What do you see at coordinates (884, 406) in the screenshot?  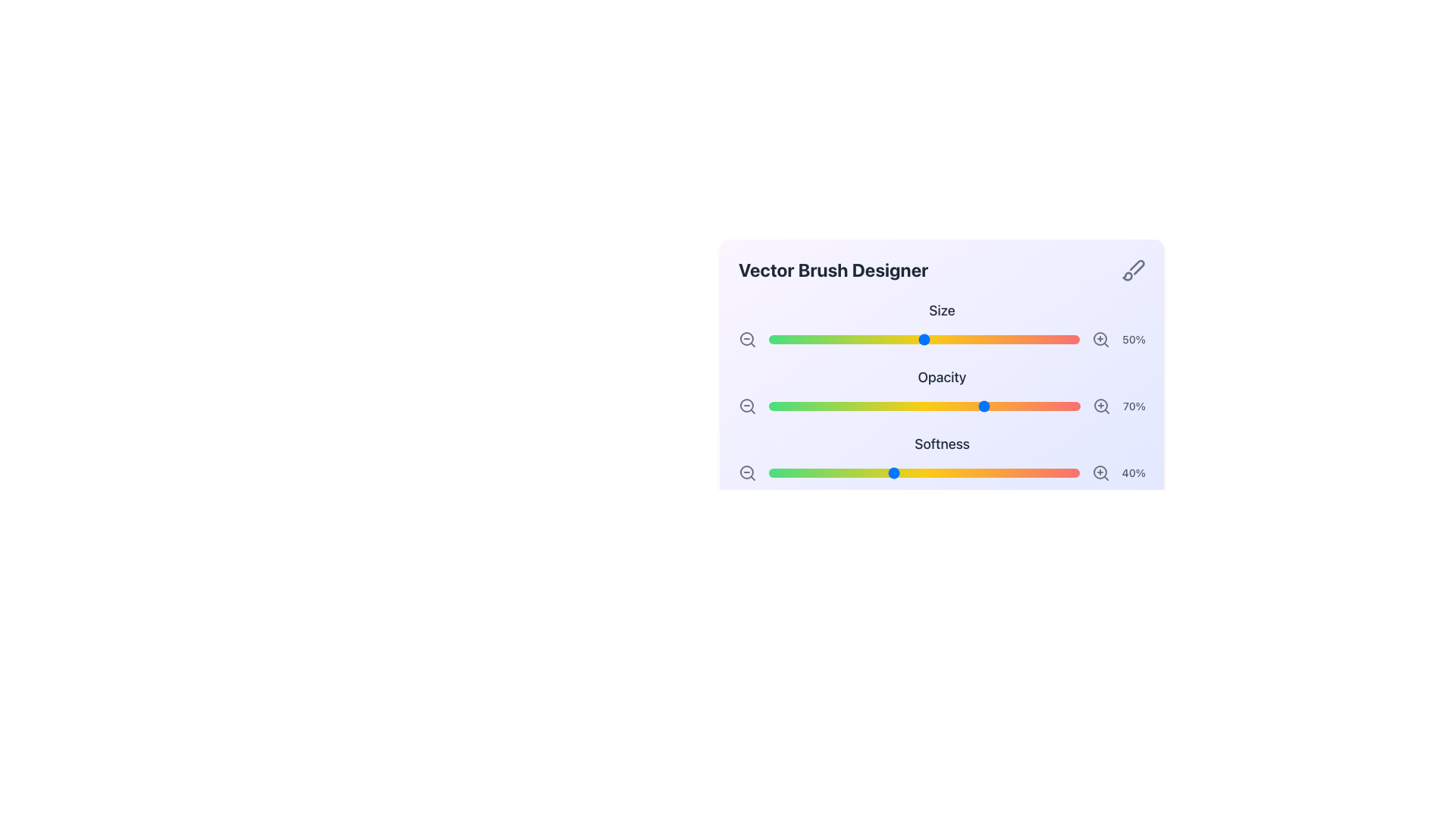 I see `opacity` at bounding box center [884, 406].